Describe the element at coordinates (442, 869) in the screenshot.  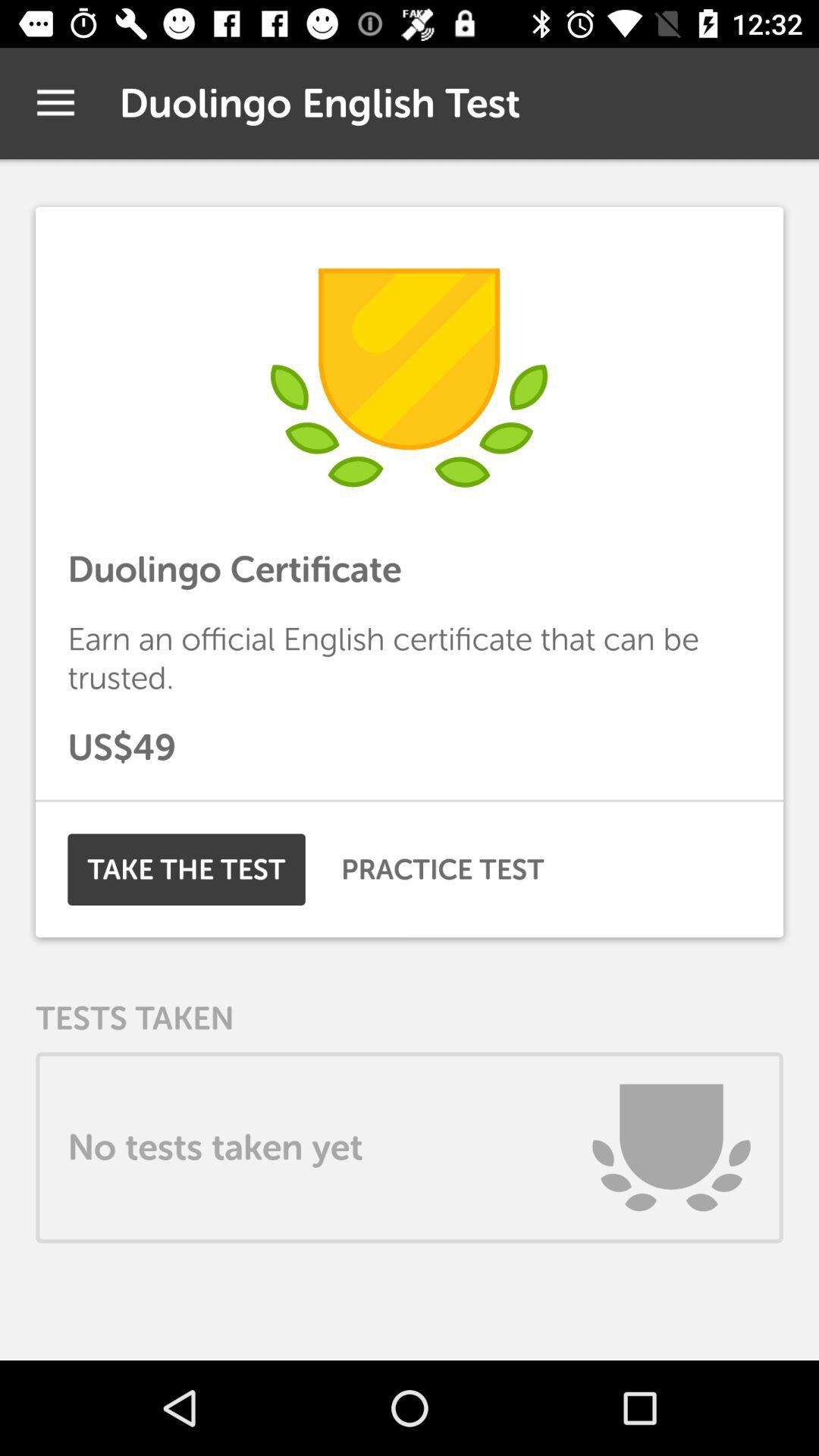
I see `item next to take the test icon` at that location.